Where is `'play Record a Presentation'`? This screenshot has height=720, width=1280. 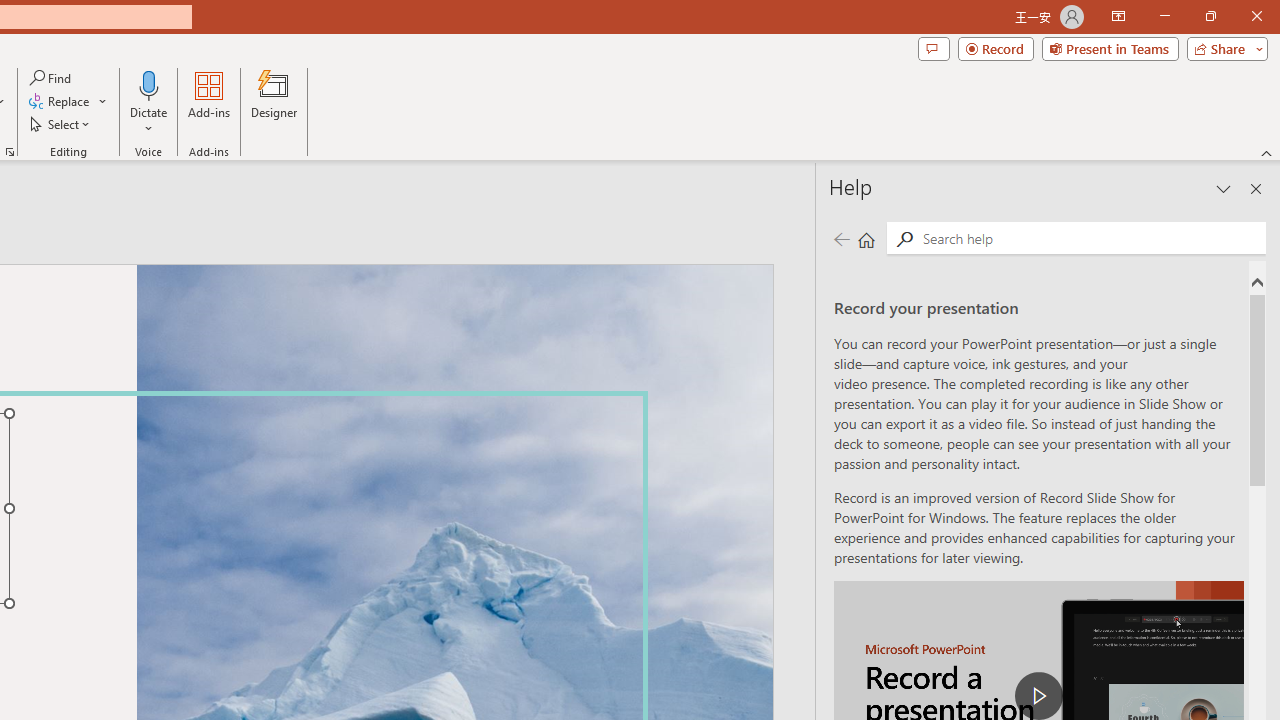 'play Record a Presentation' is located at coordinates (1038, 694).